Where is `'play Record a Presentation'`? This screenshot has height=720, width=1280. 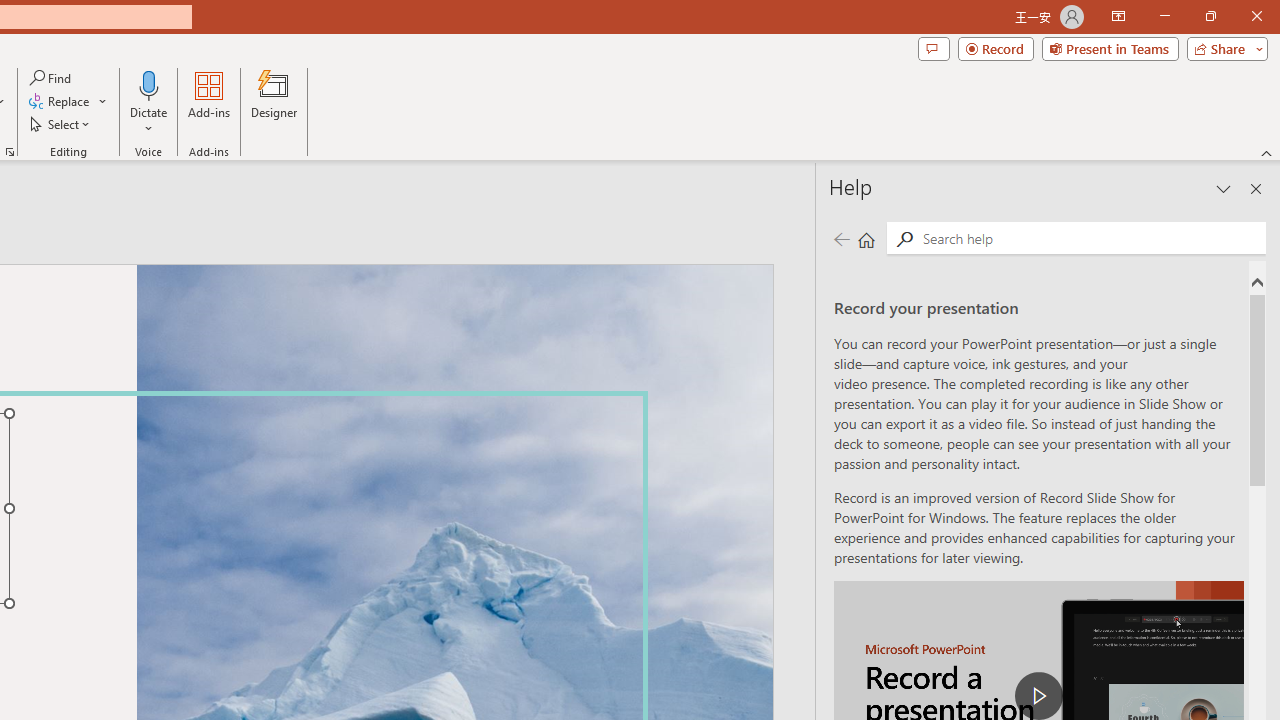 'play Record a Presentation' is located at coordinates (1038, 694).